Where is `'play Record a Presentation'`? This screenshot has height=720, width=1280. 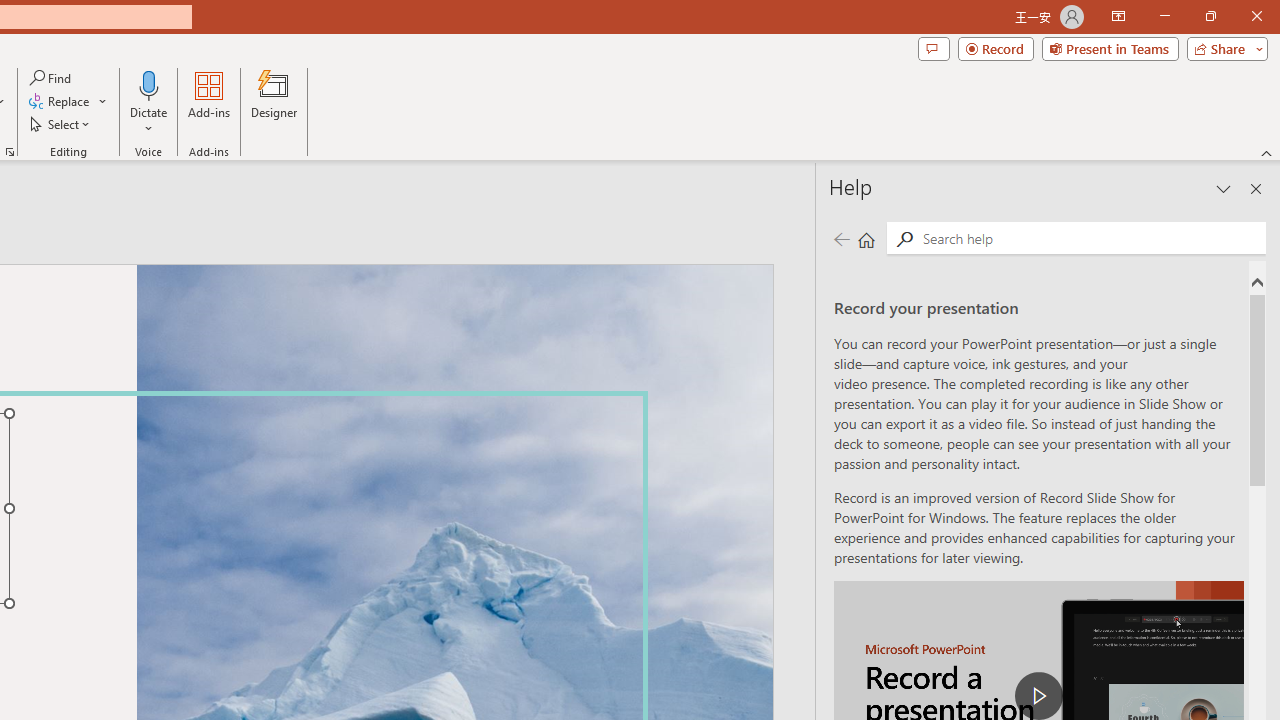 'play Record a Presentation' is located at coordinates (1038, 694).